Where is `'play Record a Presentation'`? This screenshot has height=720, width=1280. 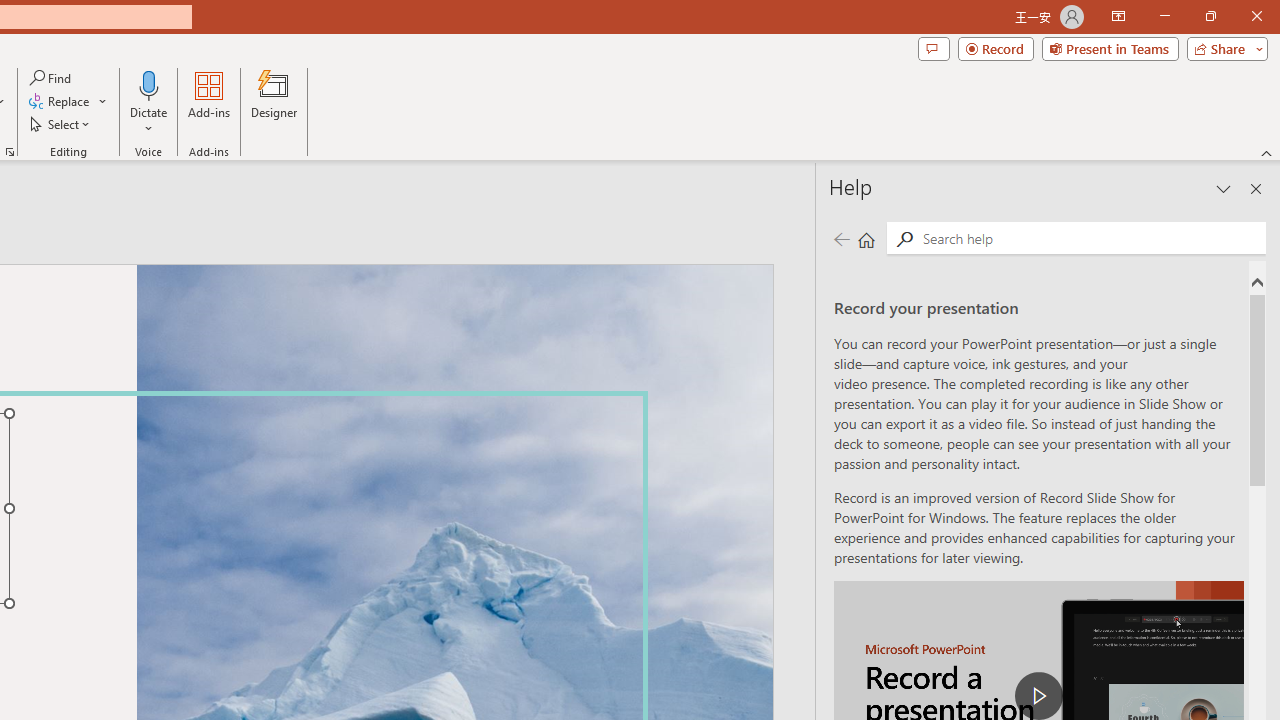 'play Record a Presentation' is located at coordinates (1038, 694).